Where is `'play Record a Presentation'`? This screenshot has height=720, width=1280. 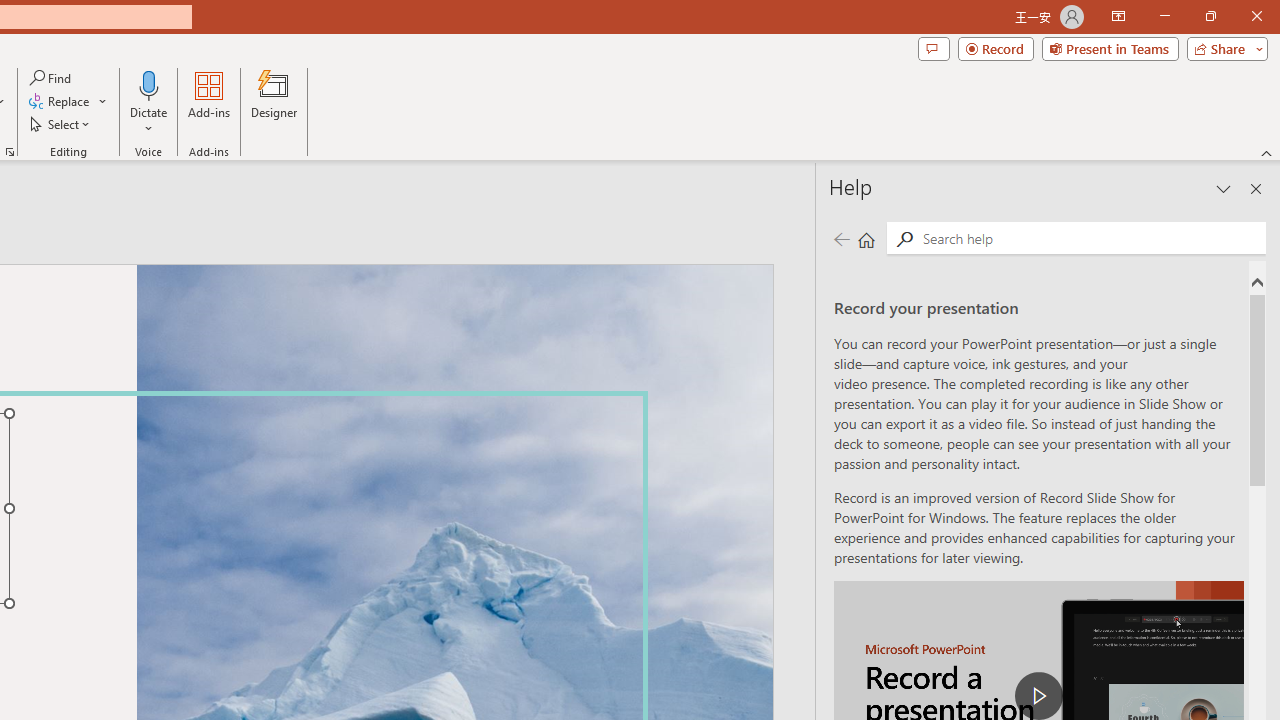 'play Record a Presentation' is located at coordinates (1038, 694).